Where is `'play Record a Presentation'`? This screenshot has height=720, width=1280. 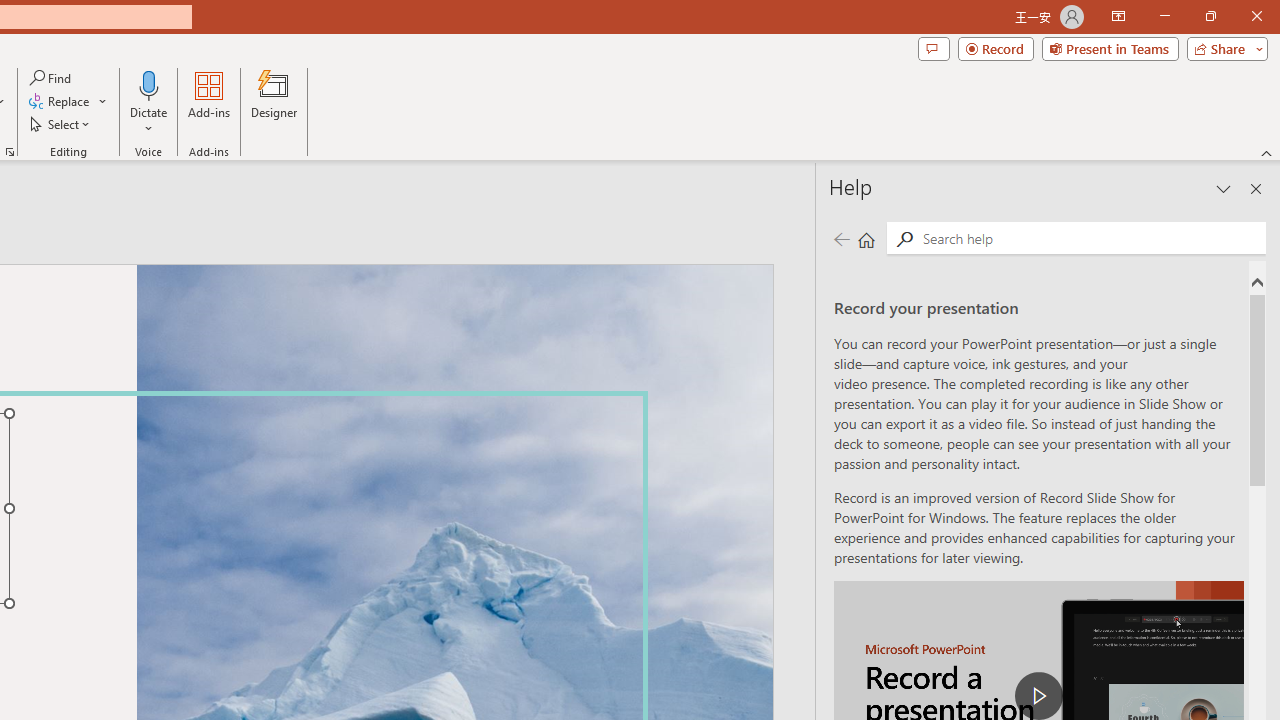 'play Record a Presentation' is located at coordinates (1038, 694).